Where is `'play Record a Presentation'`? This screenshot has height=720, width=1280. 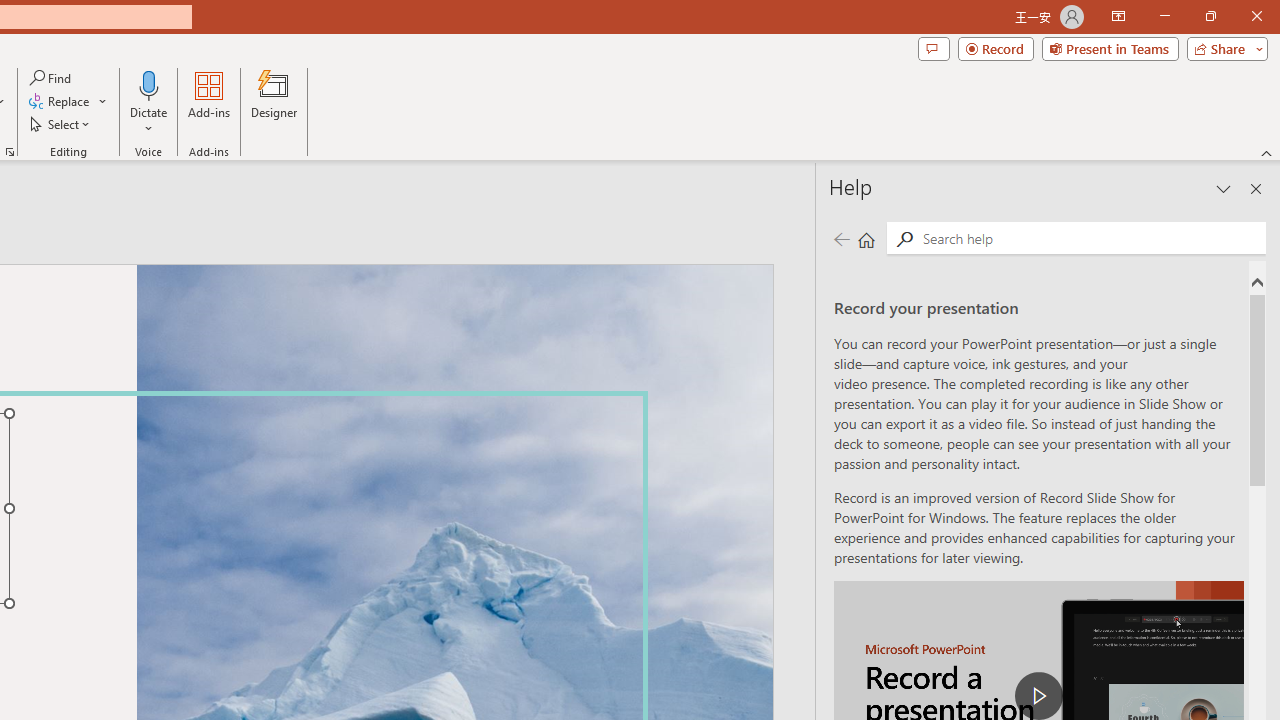 'play Record a Presentation' is located at coordinates (1038, 694).